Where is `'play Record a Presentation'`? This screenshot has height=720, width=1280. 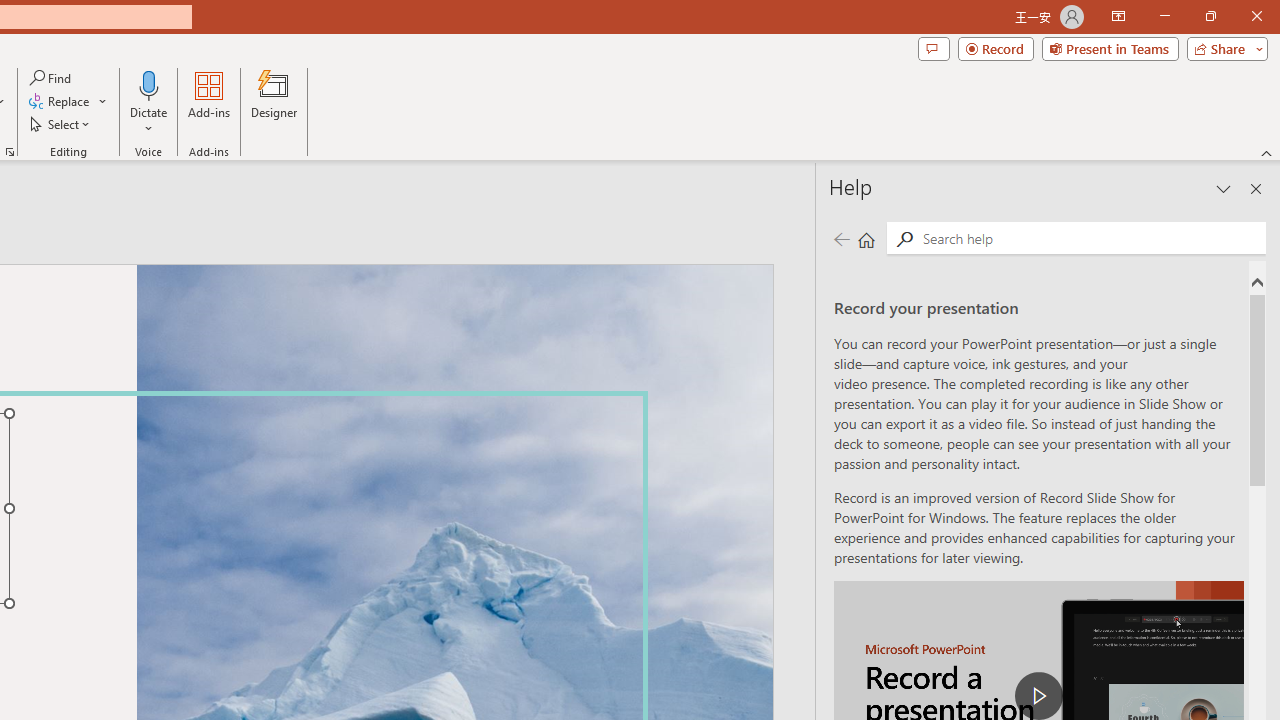 'play Record a Presentation' is located at coordinates (1038, 694).